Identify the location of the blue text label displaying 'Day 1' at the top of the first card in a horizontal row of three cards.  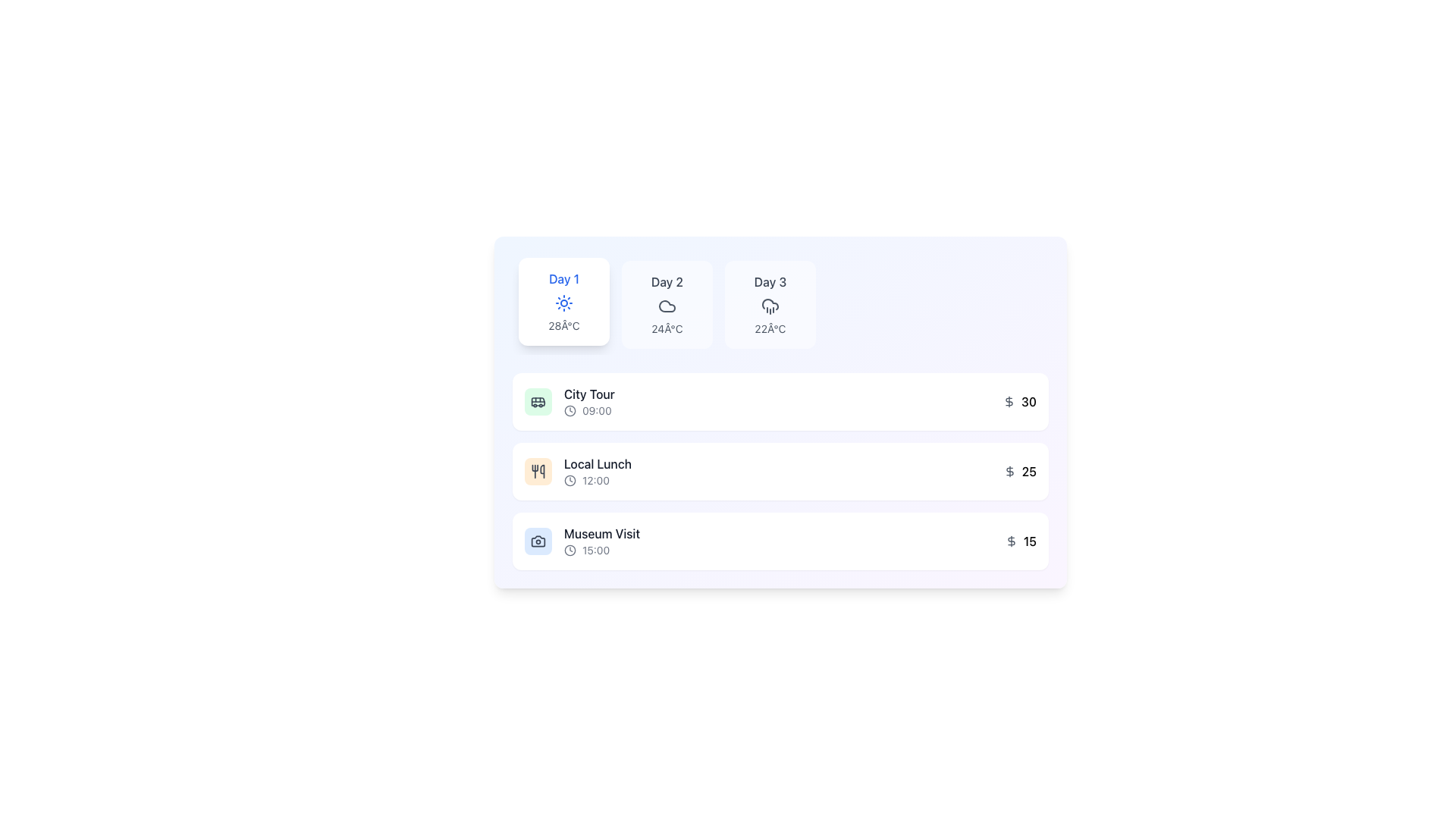
(563, 278).